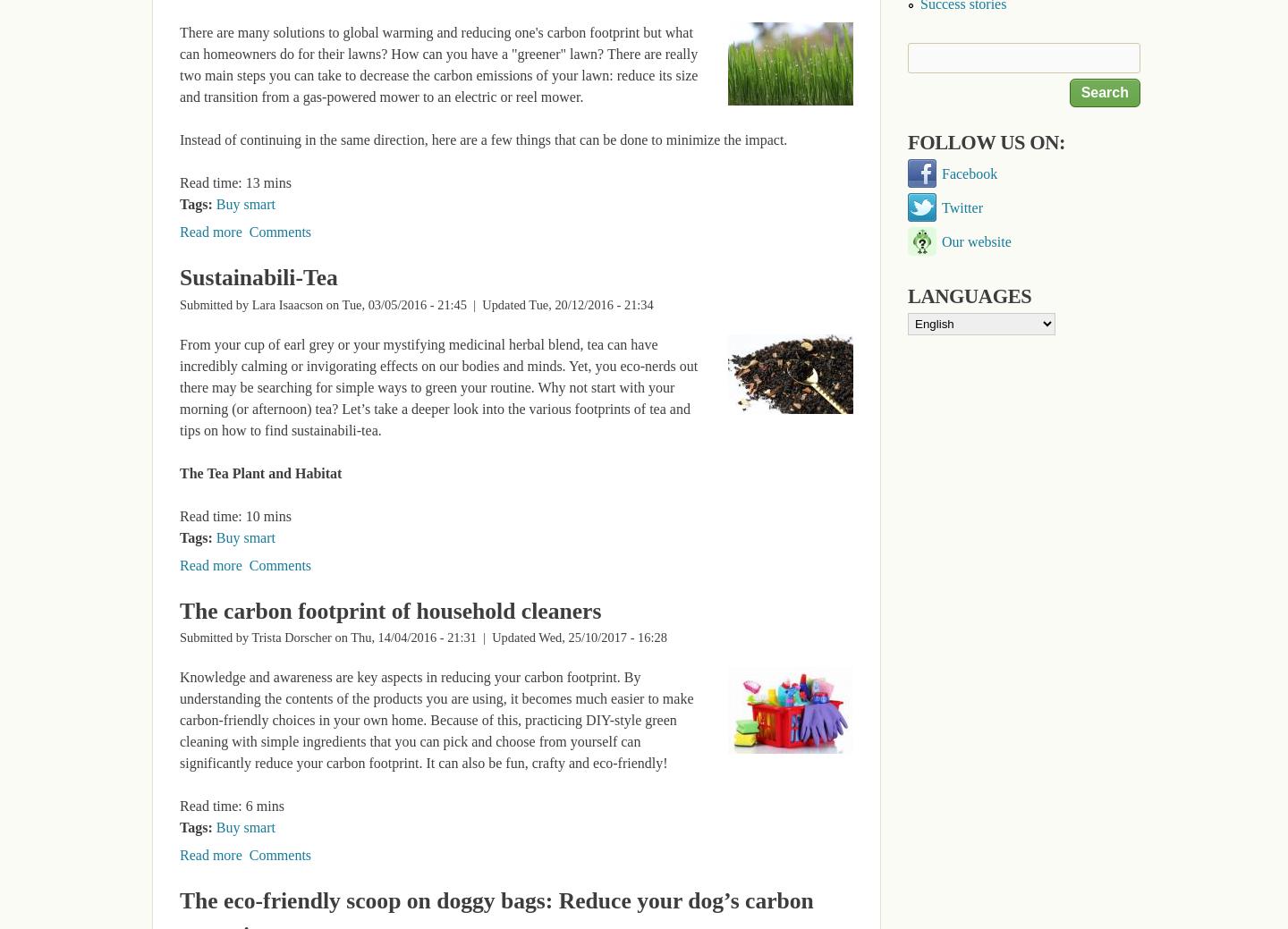 The image size is (1288, 929). I want to click on 'Read time: 6 mins', so click(231, 806).